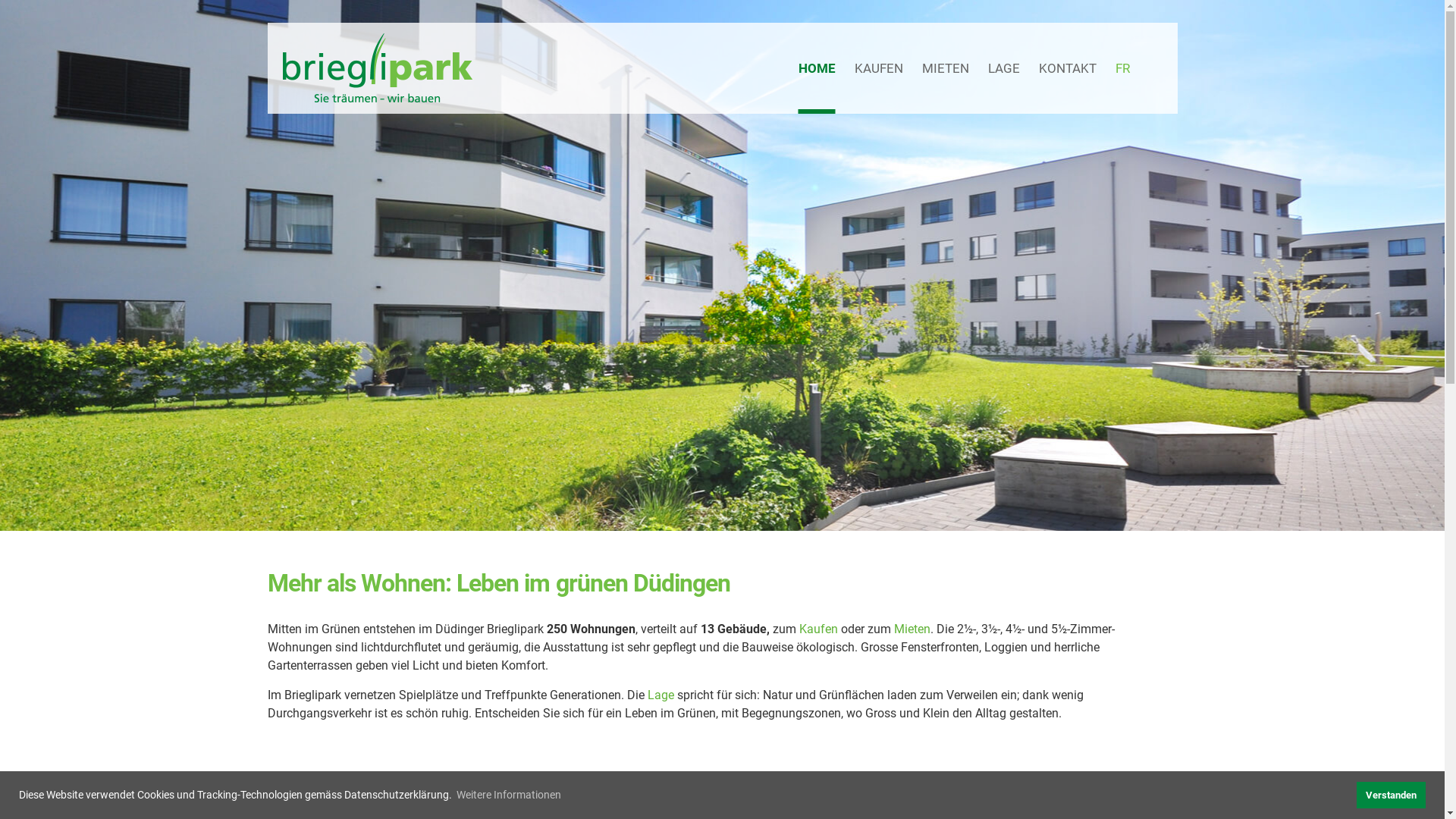  What do you see at coordinates (1391, 794) in the screenshot?
I see `'Verstanden'` at bounding box center [1391, 794].